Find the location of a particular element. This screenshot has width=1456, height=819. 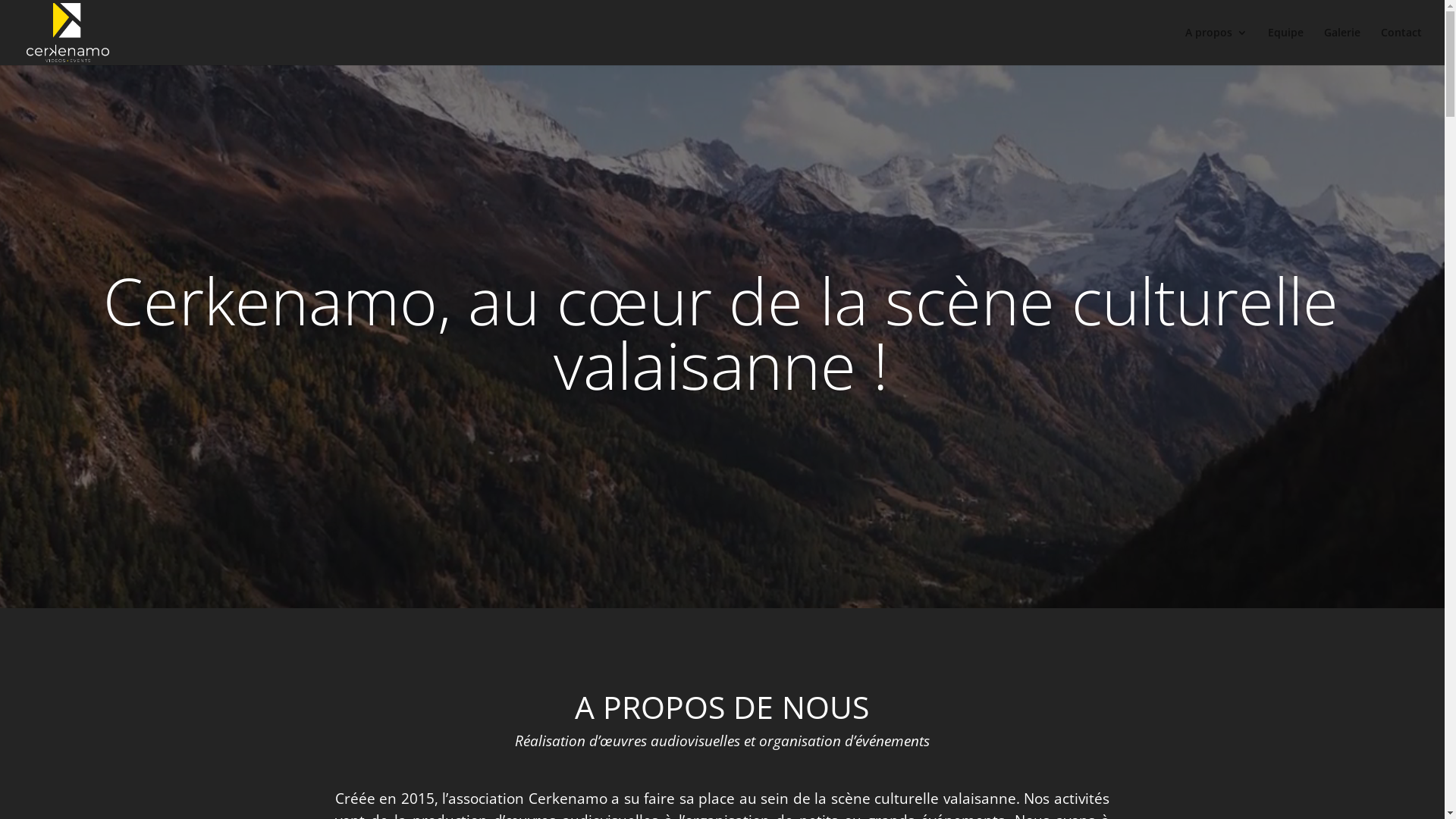

'Contact' is located at coordinates (1401, 45).